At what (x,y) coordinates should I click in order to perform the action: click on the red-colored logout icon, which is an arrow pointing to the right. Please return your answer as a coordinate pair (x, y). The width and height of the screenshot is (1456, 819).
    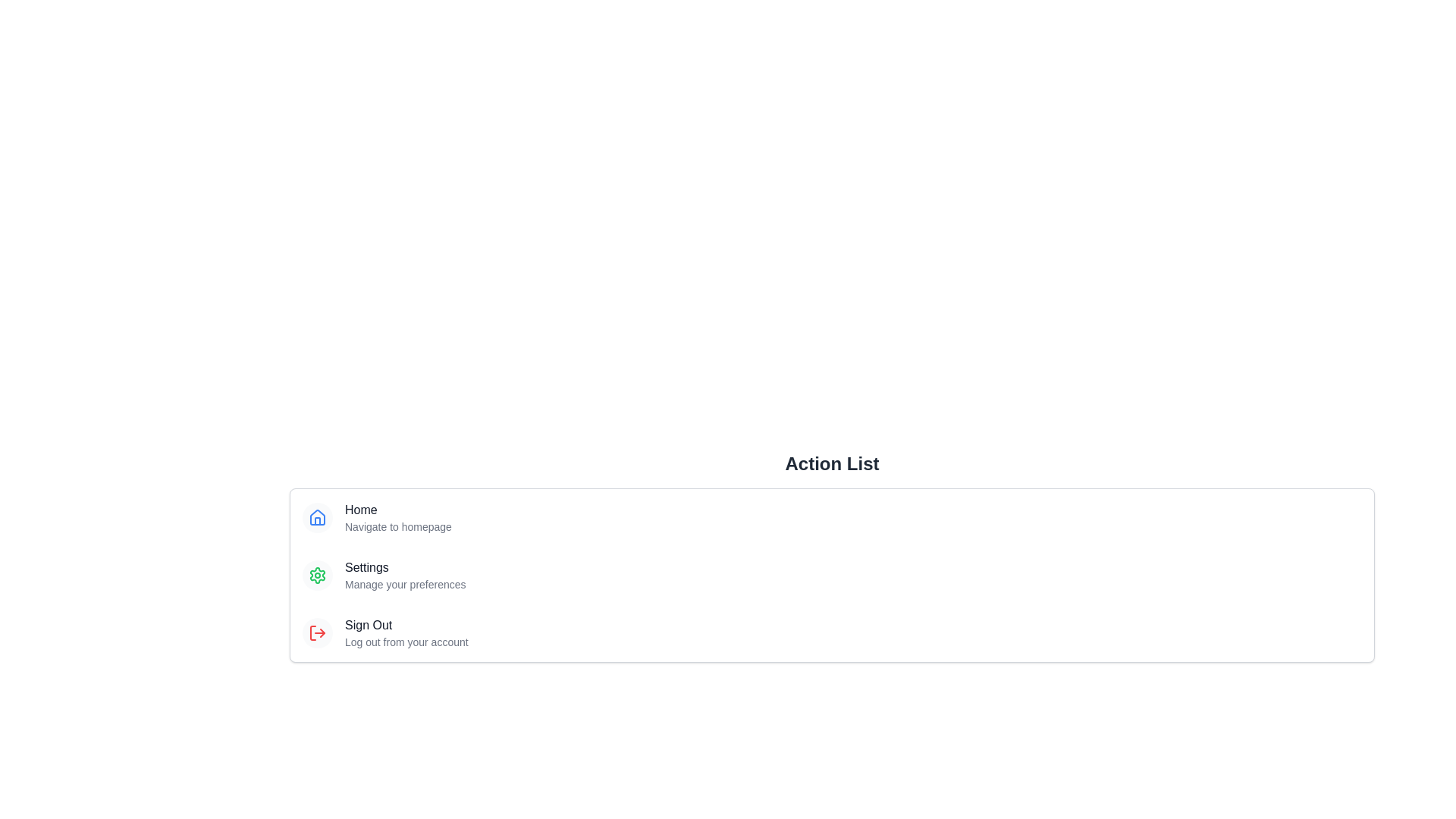
    Looking at the image, I should click on (316, 632).